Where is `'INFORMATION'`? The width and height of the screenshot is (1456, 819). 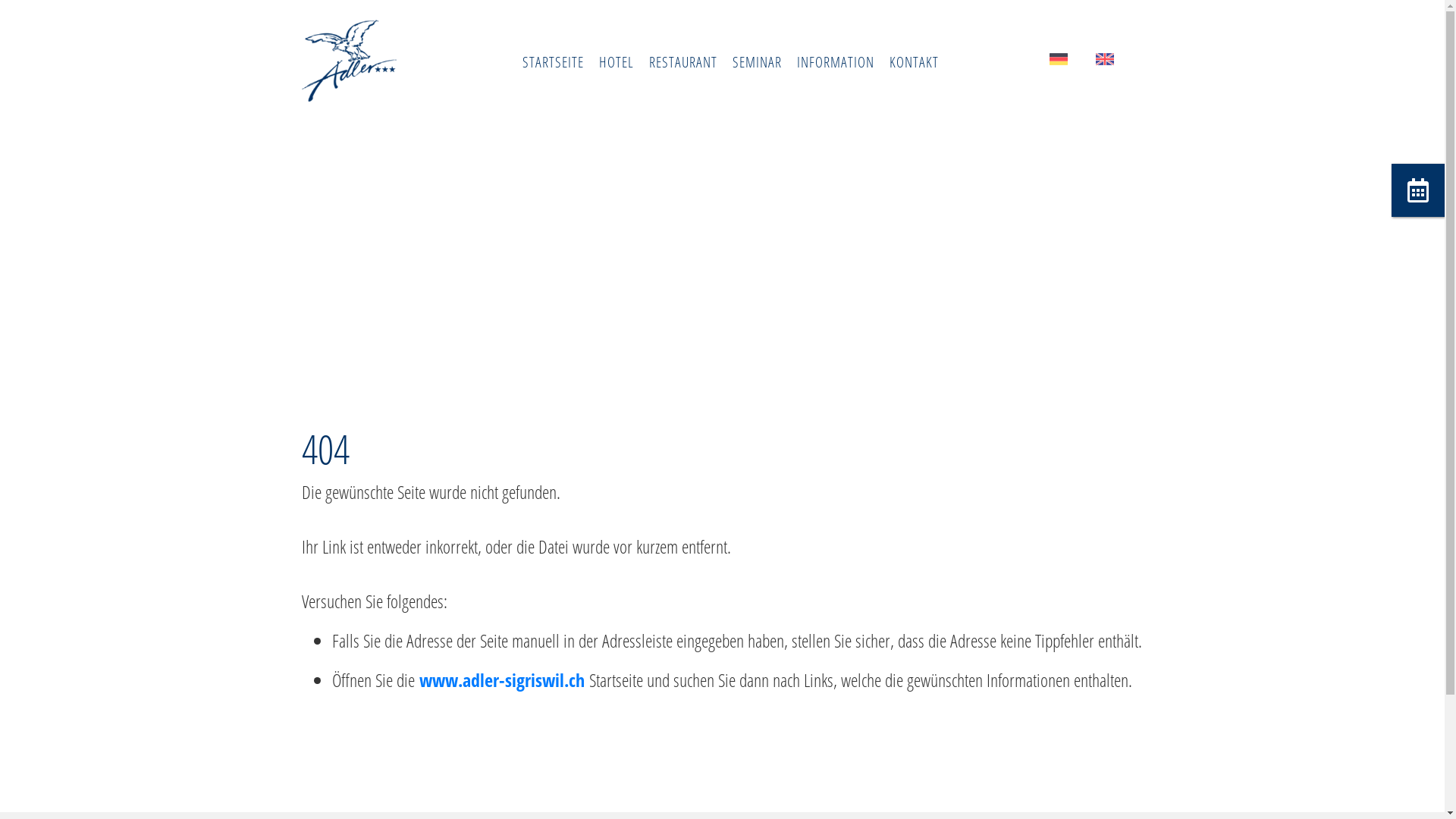
'INFORMATION' is located at coordinates (833, 61).